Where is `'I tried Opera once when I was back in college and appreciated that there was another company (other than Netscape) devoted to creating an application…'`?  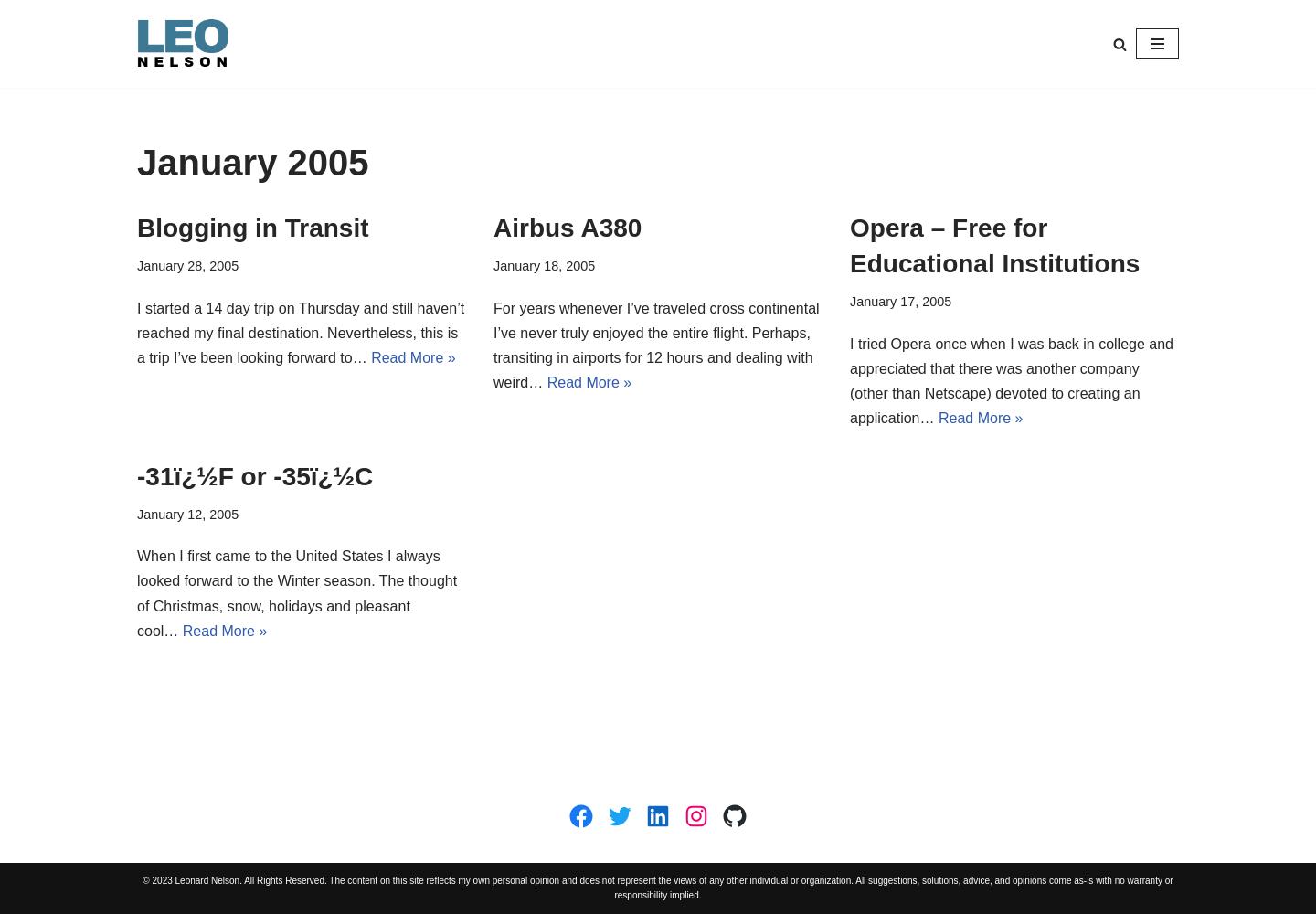 'I tried Opera once when I was back in college and appreciated that there was another company (other than Netscape) devoted to creating an application…' is located at coordinates (1010, 380).